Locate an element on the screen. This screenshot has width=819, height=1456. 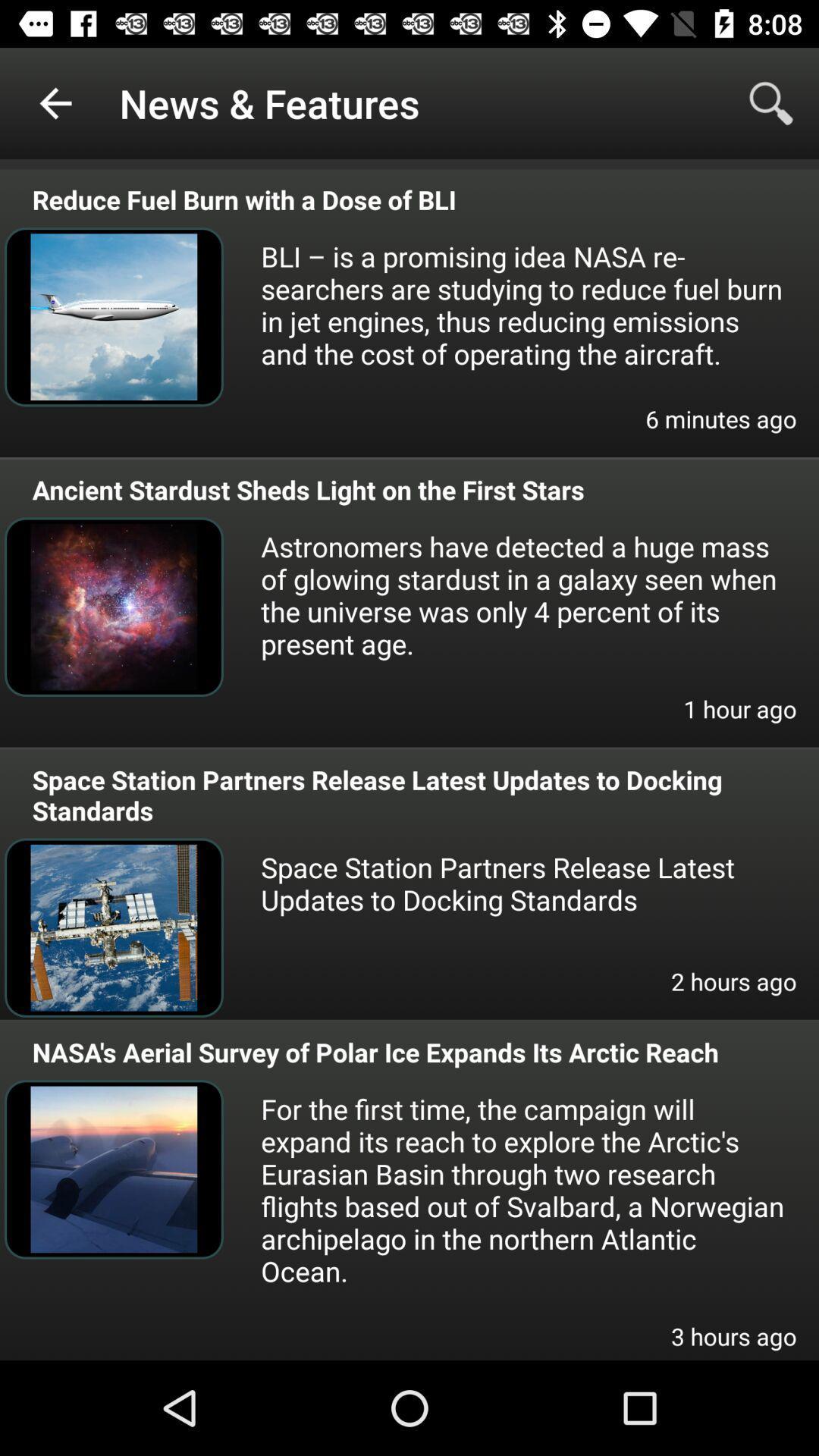
the item below astronomers have detected item is located at coordinates (739, 718).